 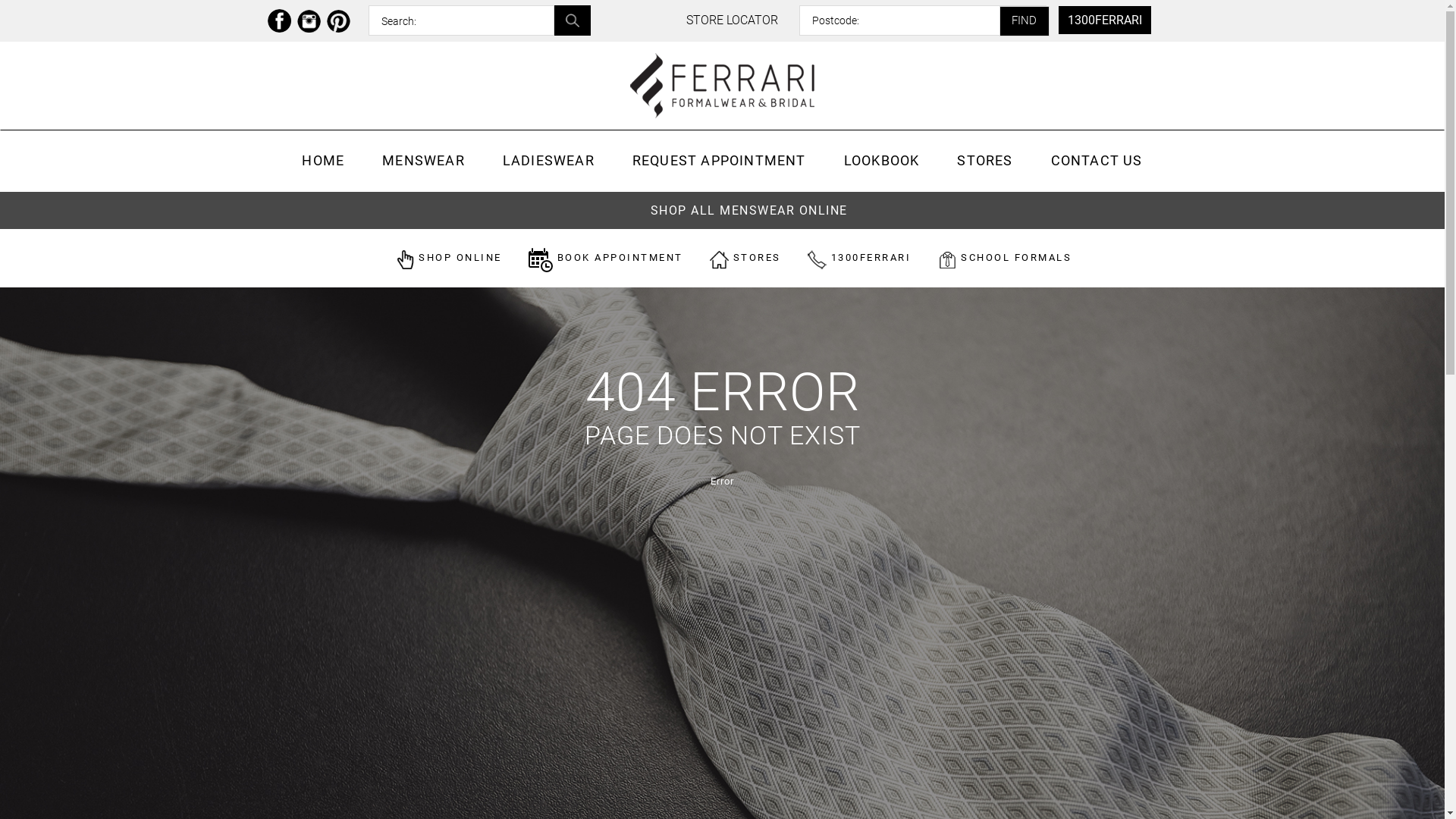 I want to click on 'STORES', so click(x=686, y=256).